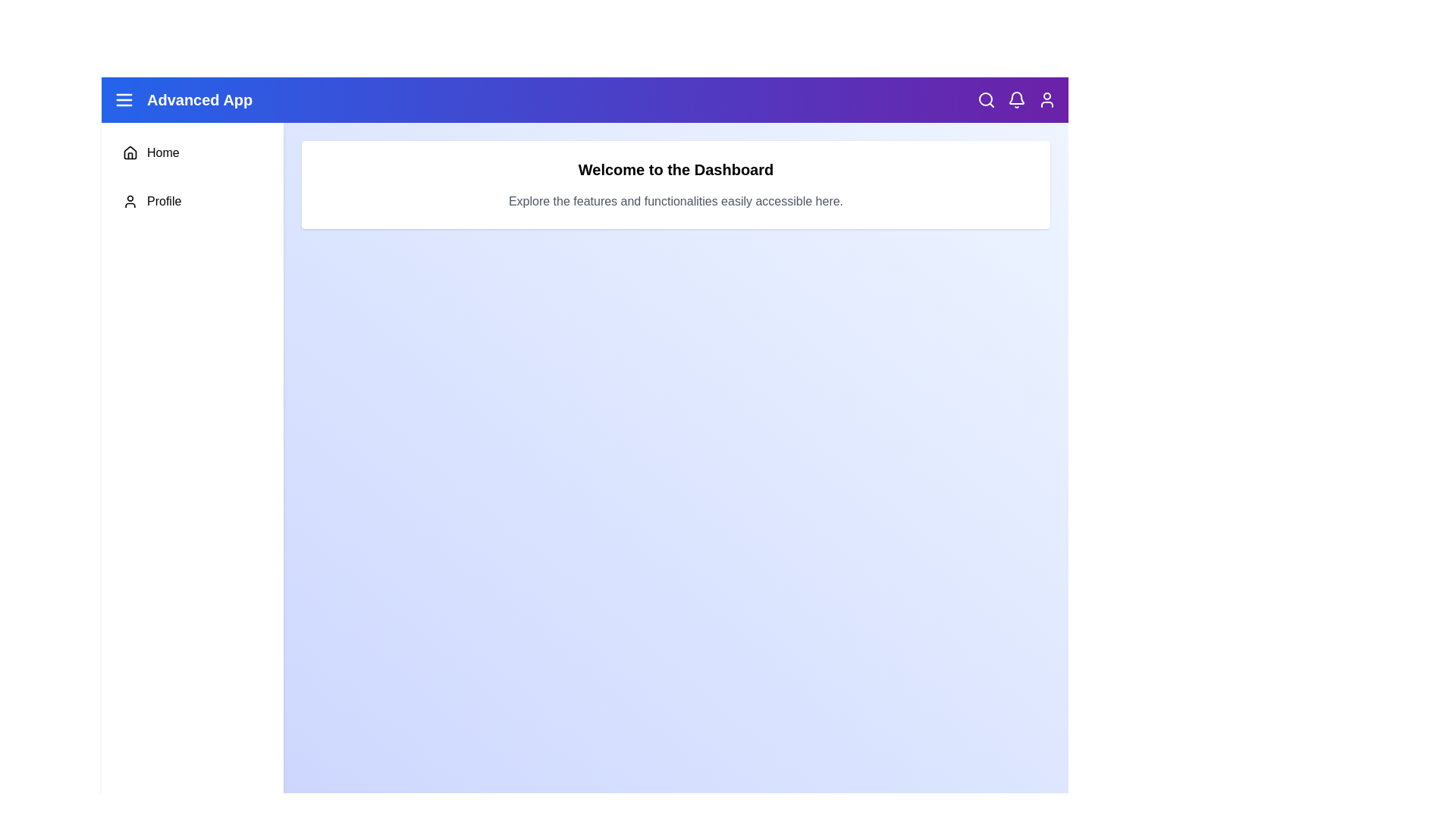 The width and height of the screenshot is (1456, 819). Describe the element at coordinates (1016, 99) in the screenshot. I see `the bell icon to view notifications` at that location.